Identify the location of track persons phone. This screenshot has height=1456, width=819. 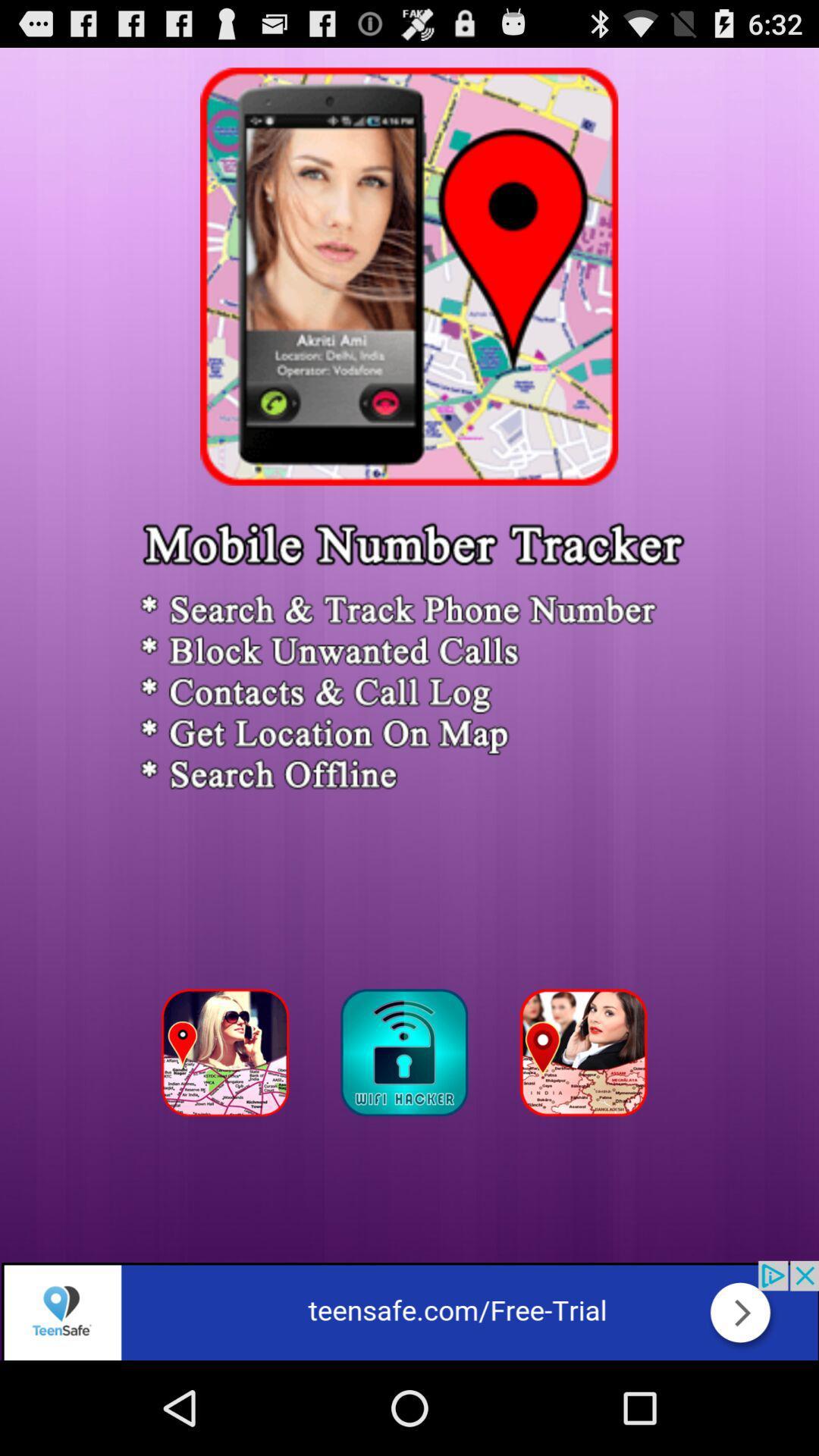
(587, 1056).